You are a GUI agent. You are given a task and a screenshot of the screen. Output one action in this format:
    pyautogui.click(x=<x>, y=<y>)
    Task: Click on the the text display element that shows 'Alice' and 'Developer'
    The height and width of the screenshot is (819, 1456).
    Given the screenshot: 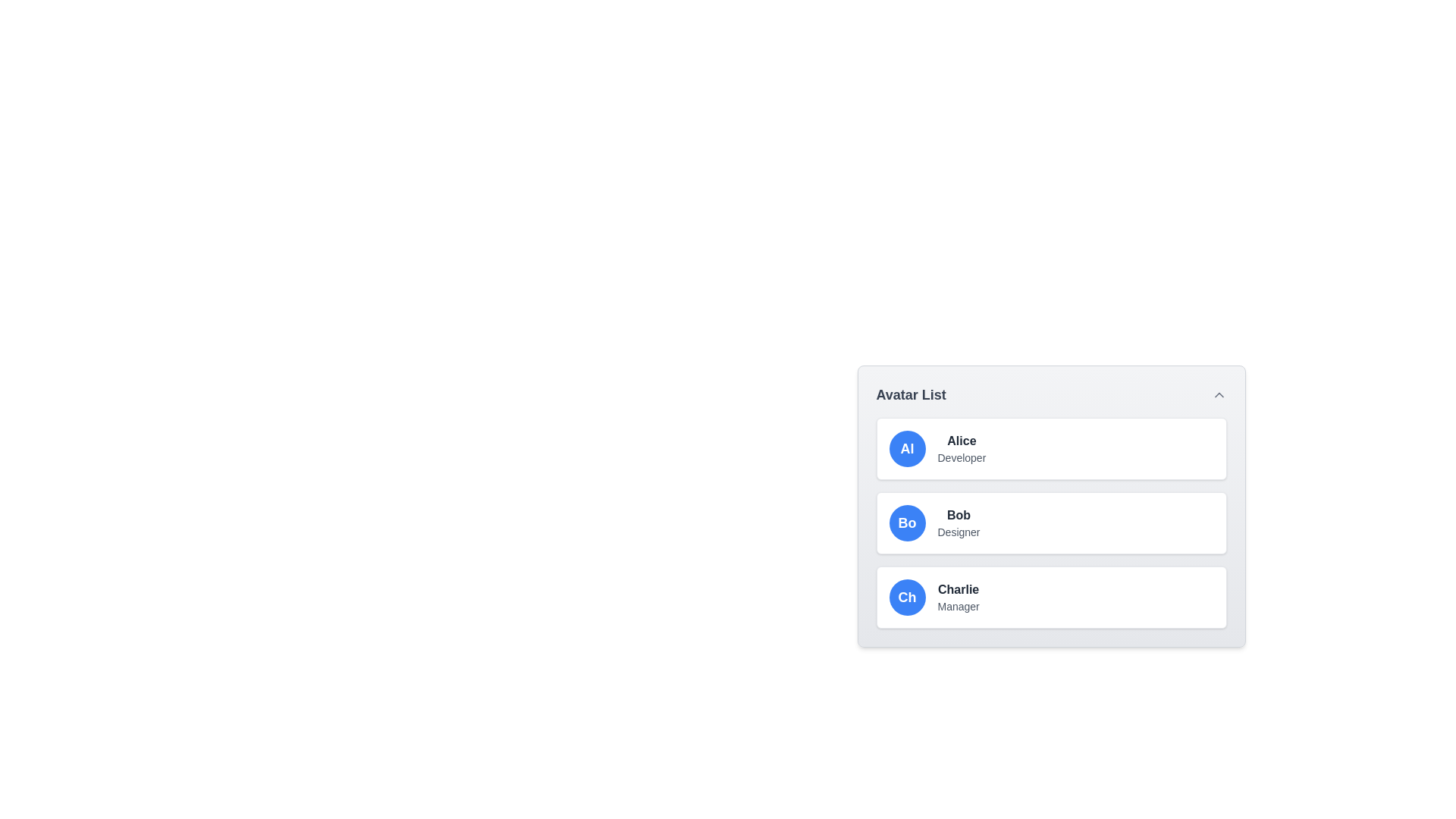 What is the action you would take?
    pyautogui.click(x=961, y=447)
    